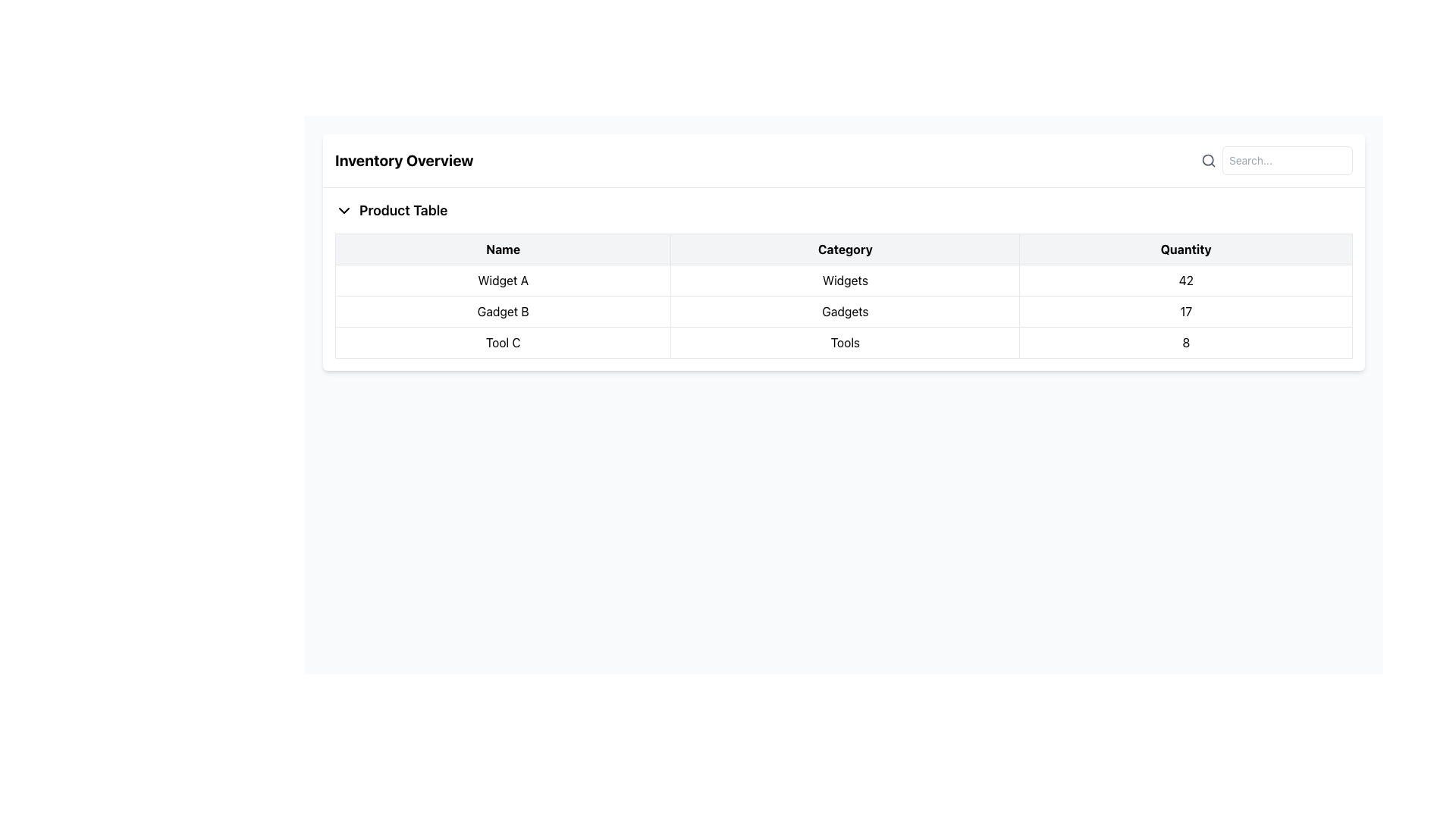  I want to click on the search icon located in the top-right corner of the interface, so click(1207, 161).